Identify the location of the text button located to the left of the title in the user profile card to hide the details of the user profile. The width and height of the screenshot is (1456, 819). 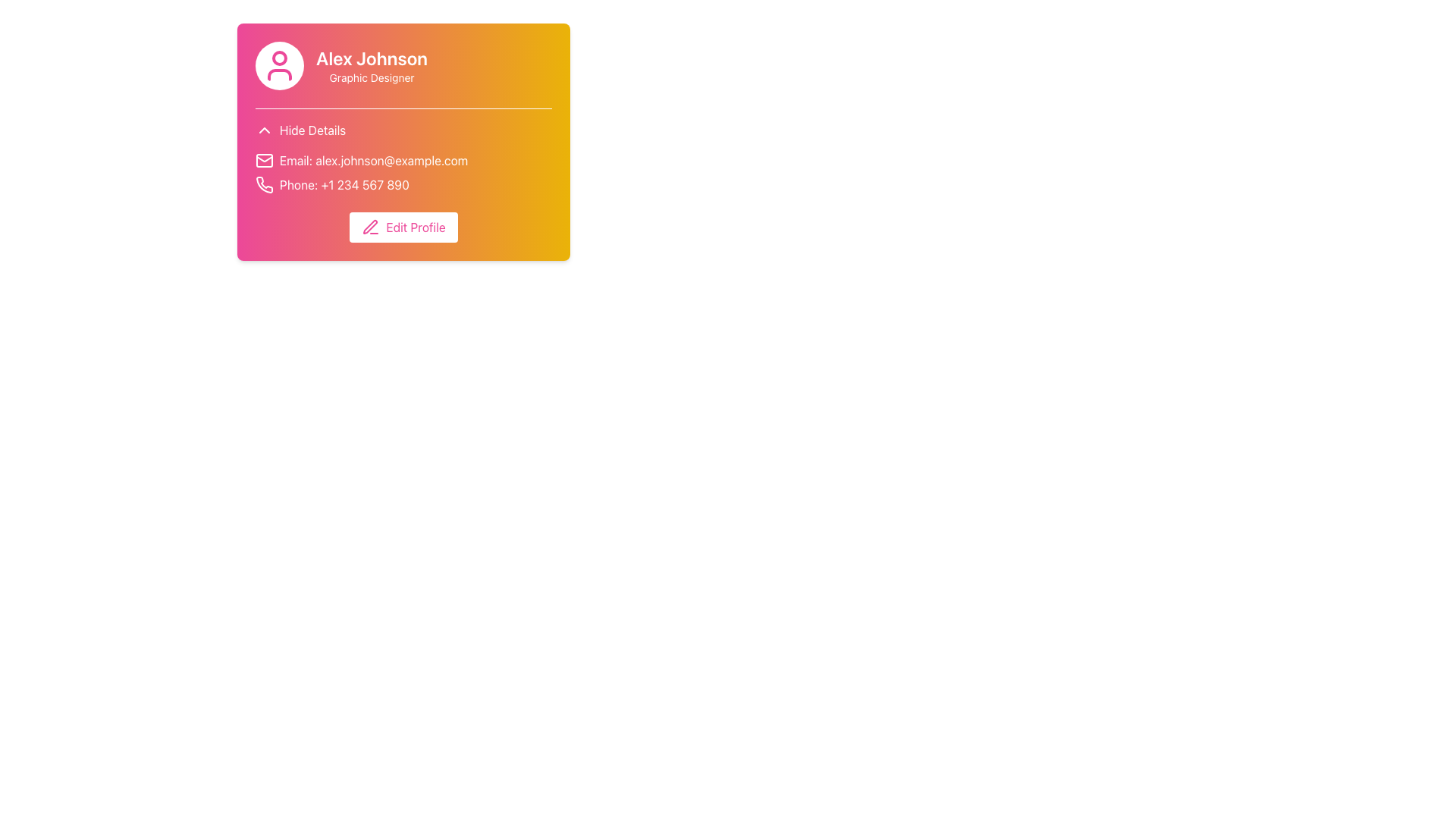
(312, 130).